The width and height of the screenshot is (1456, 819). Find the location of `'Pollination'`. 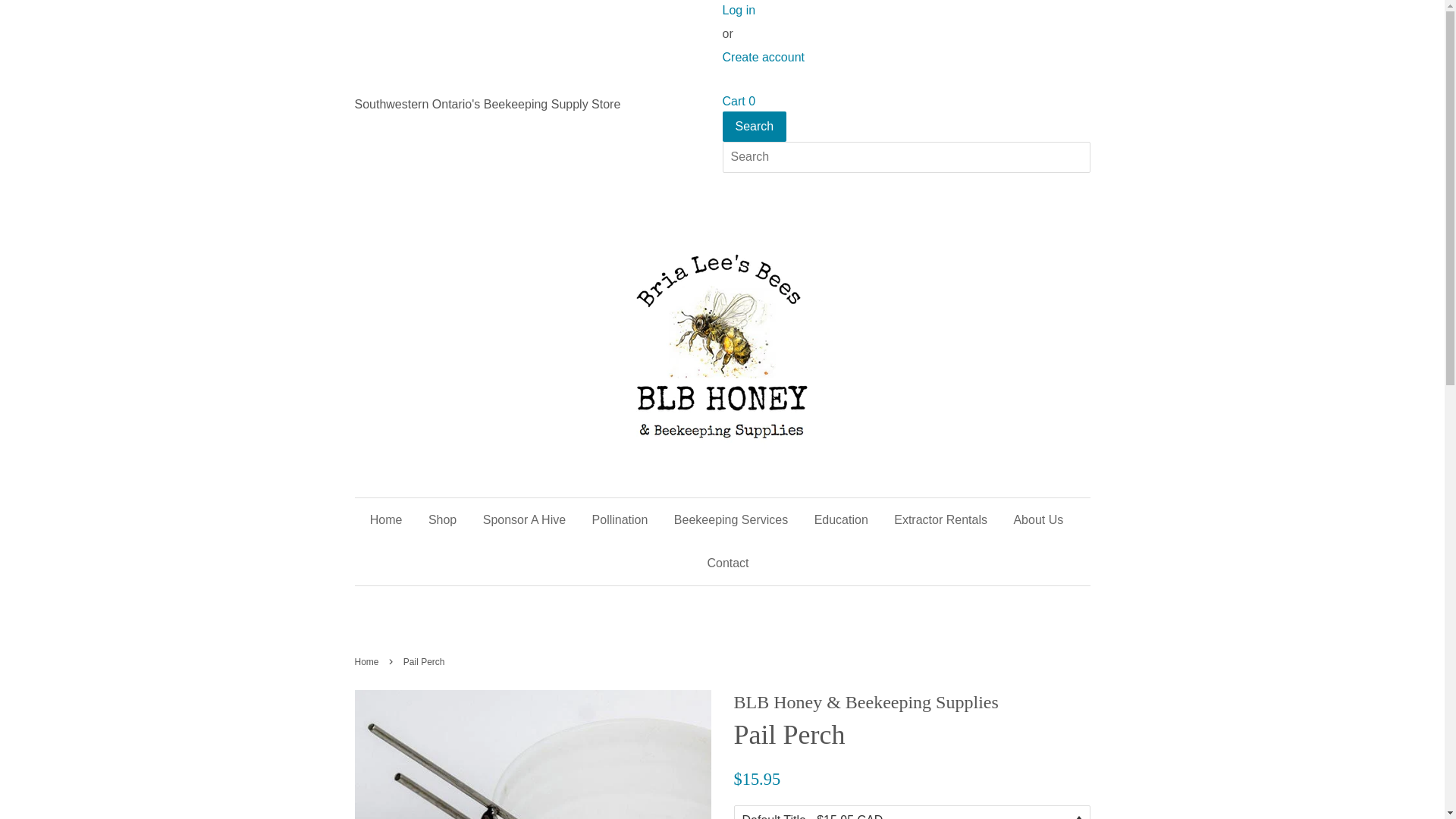

'Pollination' is located at coordinates (620, 519).